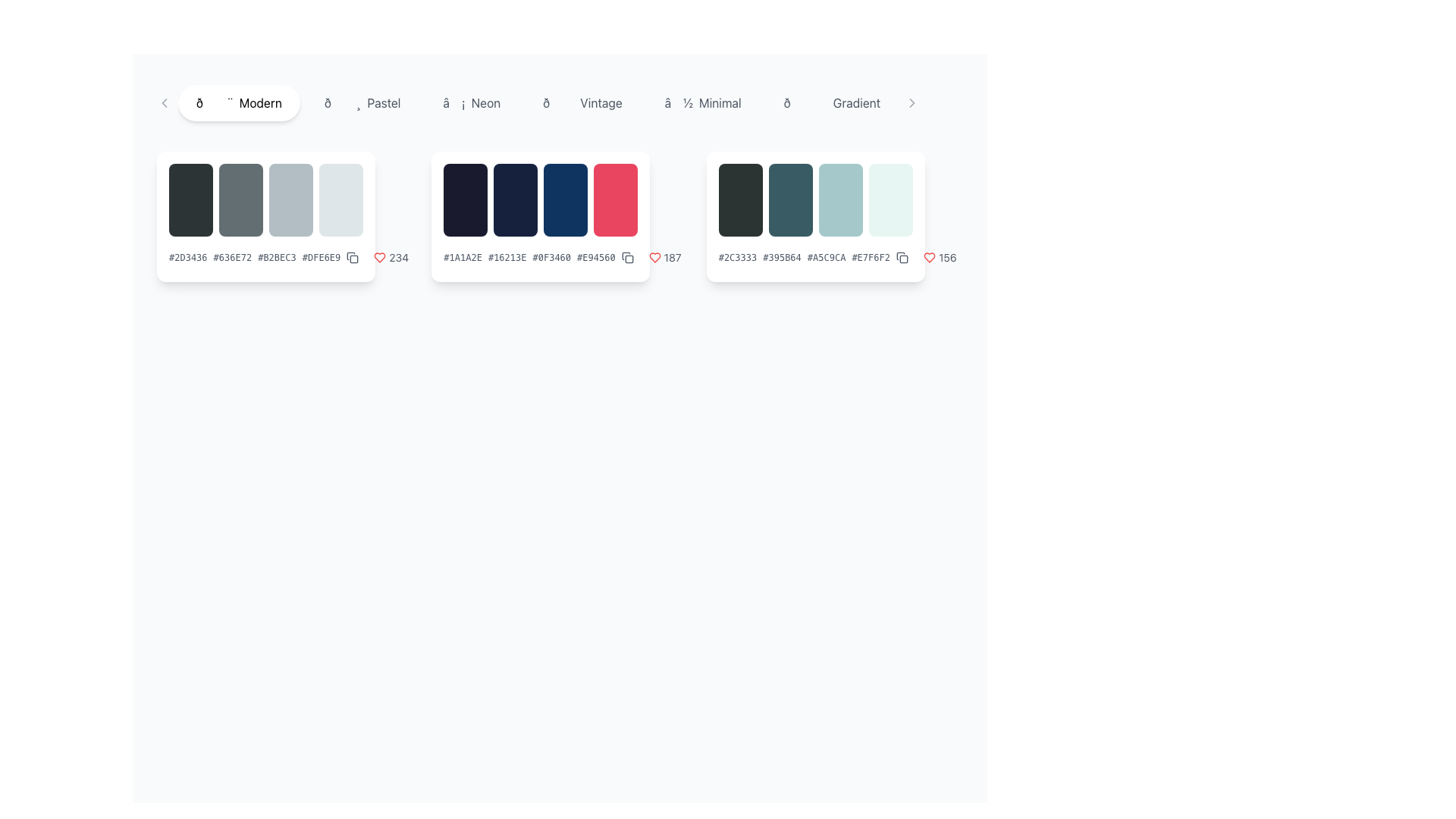 Image resolution: width=1456 pixels, height=819 pixels. Describe the element at coordinates (814, 216) in the screenshot. I see `the color palette Card UI component located in the third column of a grid layout, which provides visual and textual information about colors` at that location.